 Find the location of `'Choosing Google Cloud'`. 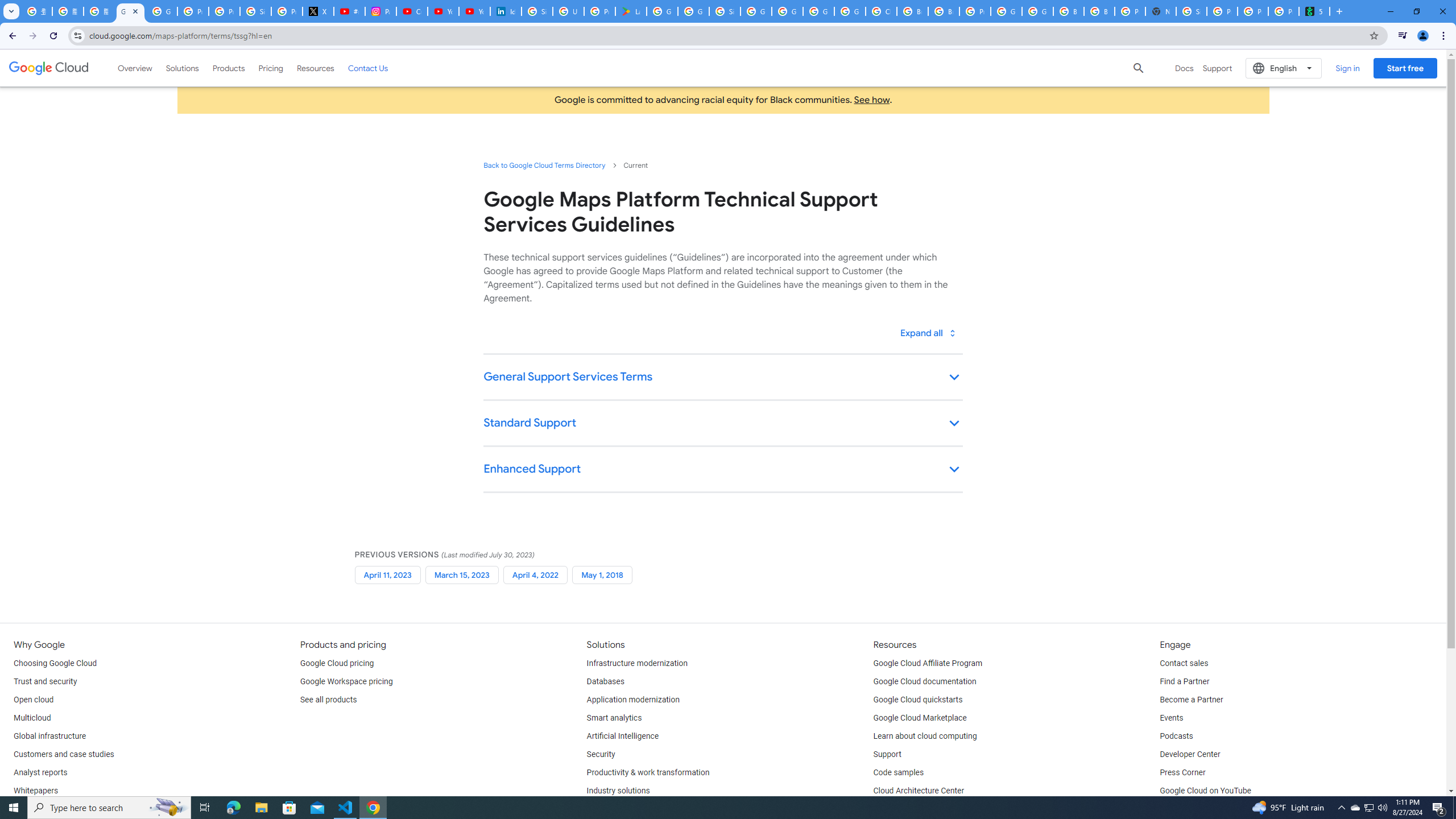

'Choosing Google Cloud' is located at coordinates (55, 664).